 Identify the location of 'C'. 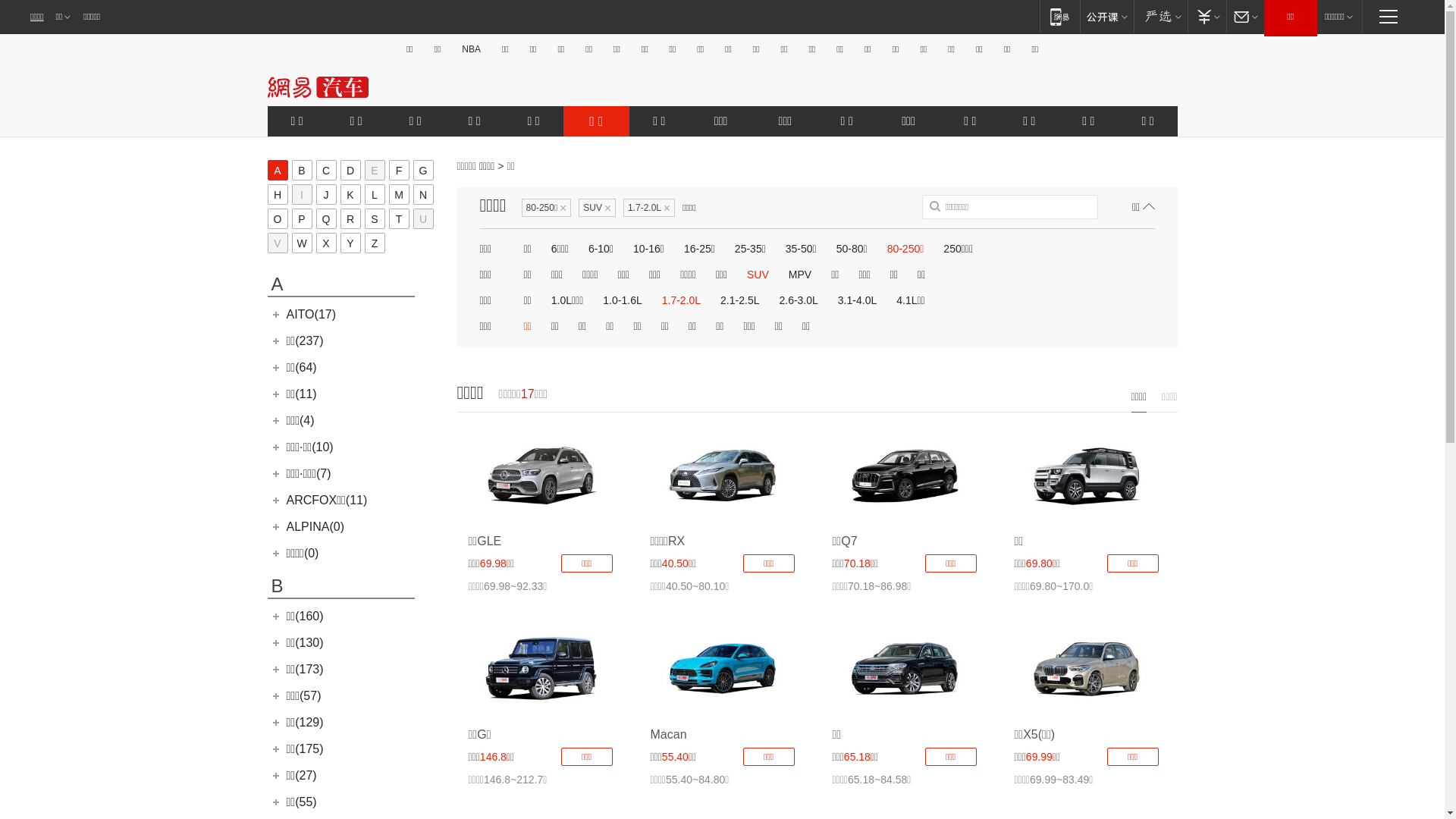
(325, 170).